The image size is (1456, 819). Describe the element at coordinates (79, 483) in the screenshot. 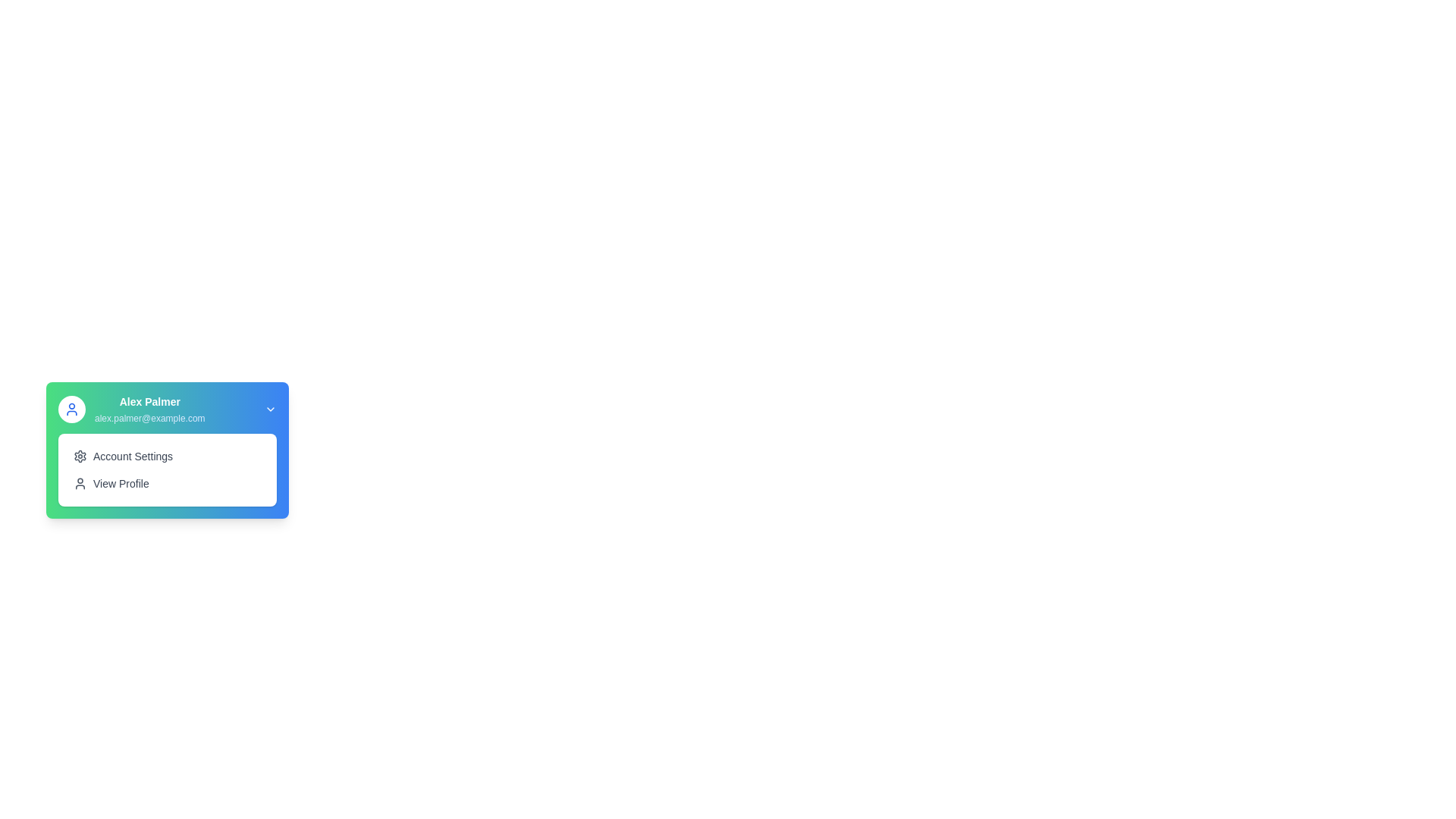

I see `the SVG user icon located within the 'View Profile' list item, which features a circular head and shoulders shape, styled in shades of gray` at that location.